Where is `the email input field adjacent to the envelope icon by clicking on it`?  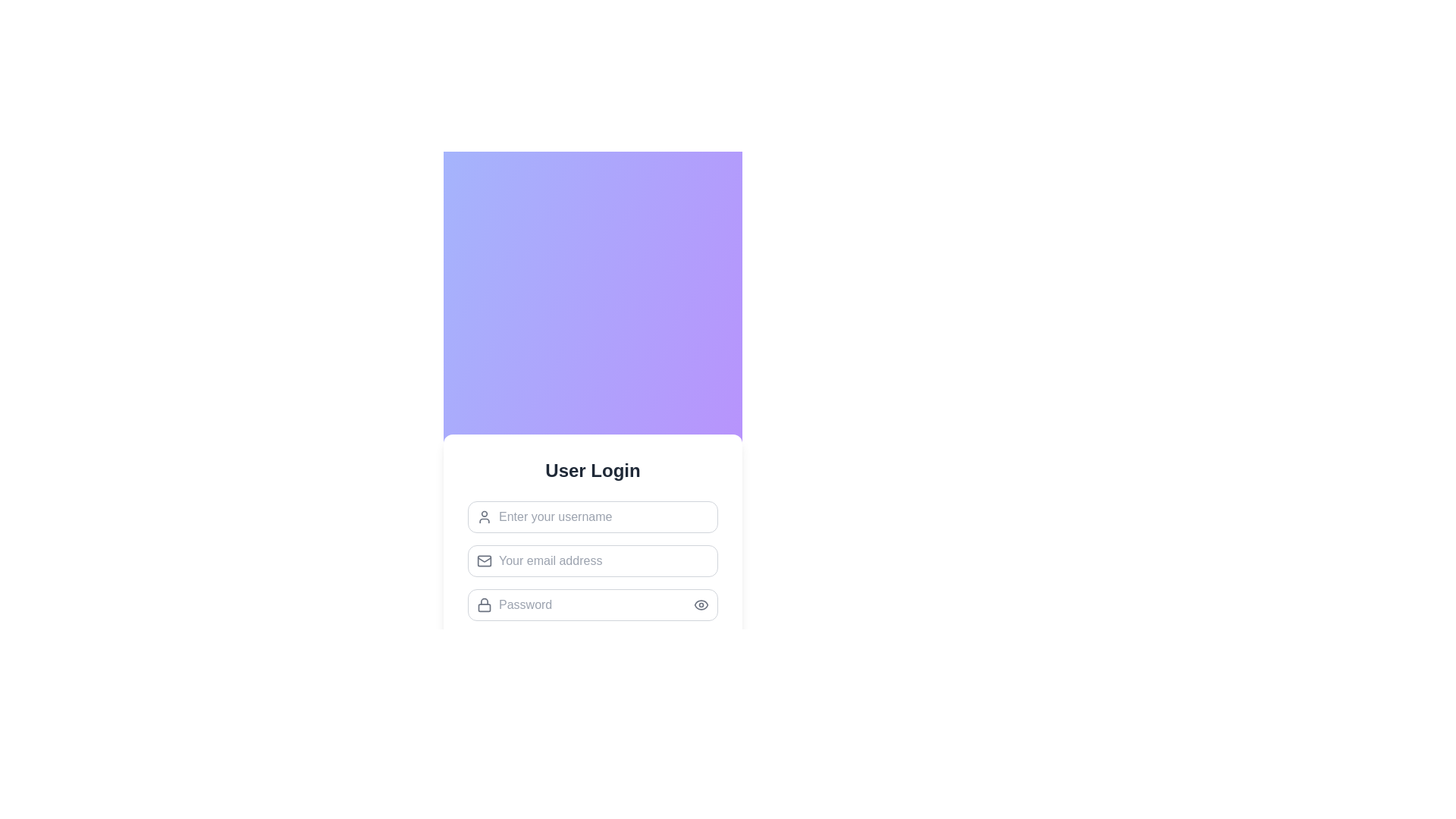
the email input field adjacent to the envelope icon by clicking on it is located at coordinates (483, 561).